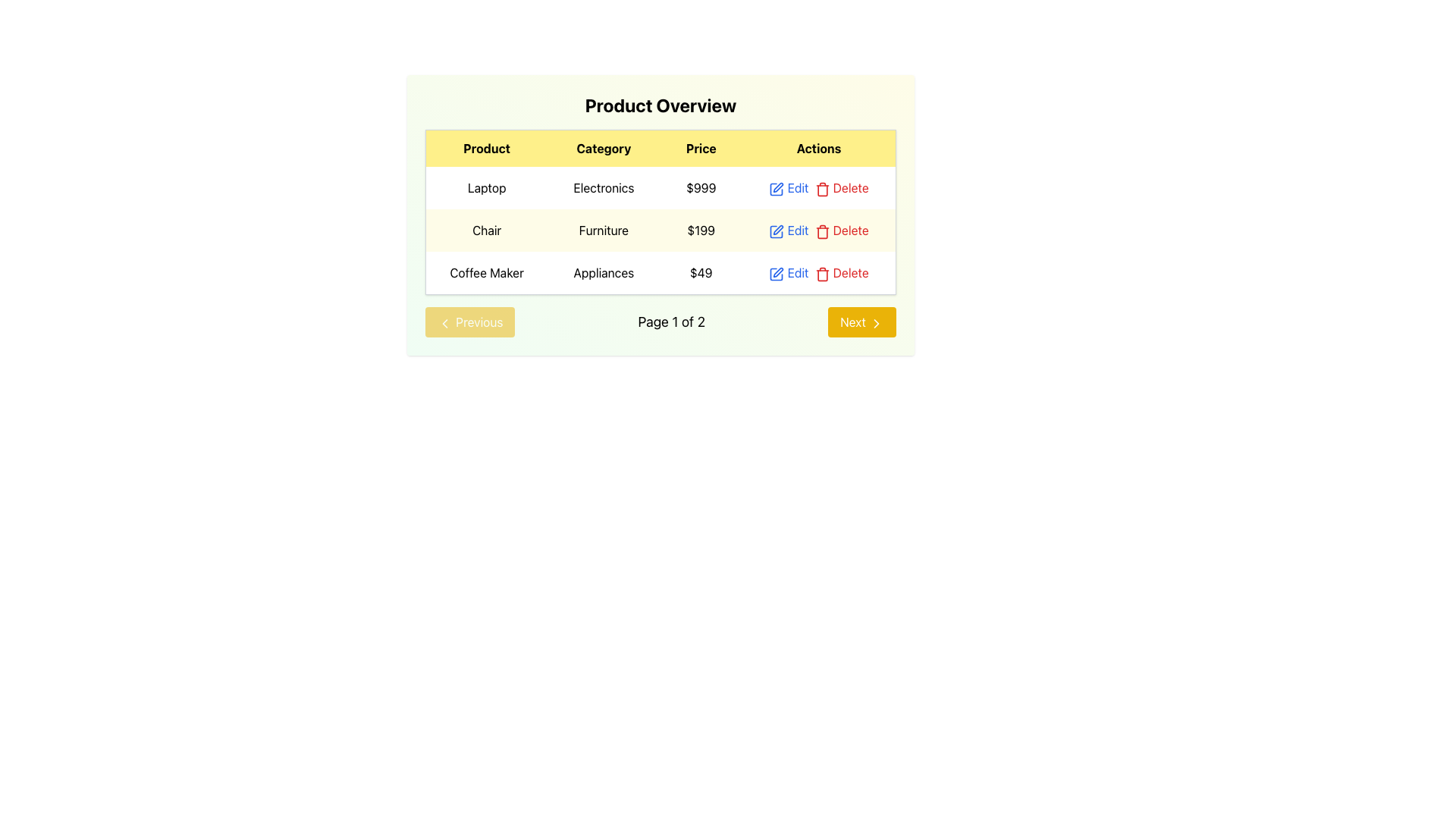  What do you see at coordinates (862, 321) in the screenshot?
I see `the navigation button located at the bottom left corner of the page, which allows the user to proceed to the next page in a paginated sequence` at bounding box center [862, 321].